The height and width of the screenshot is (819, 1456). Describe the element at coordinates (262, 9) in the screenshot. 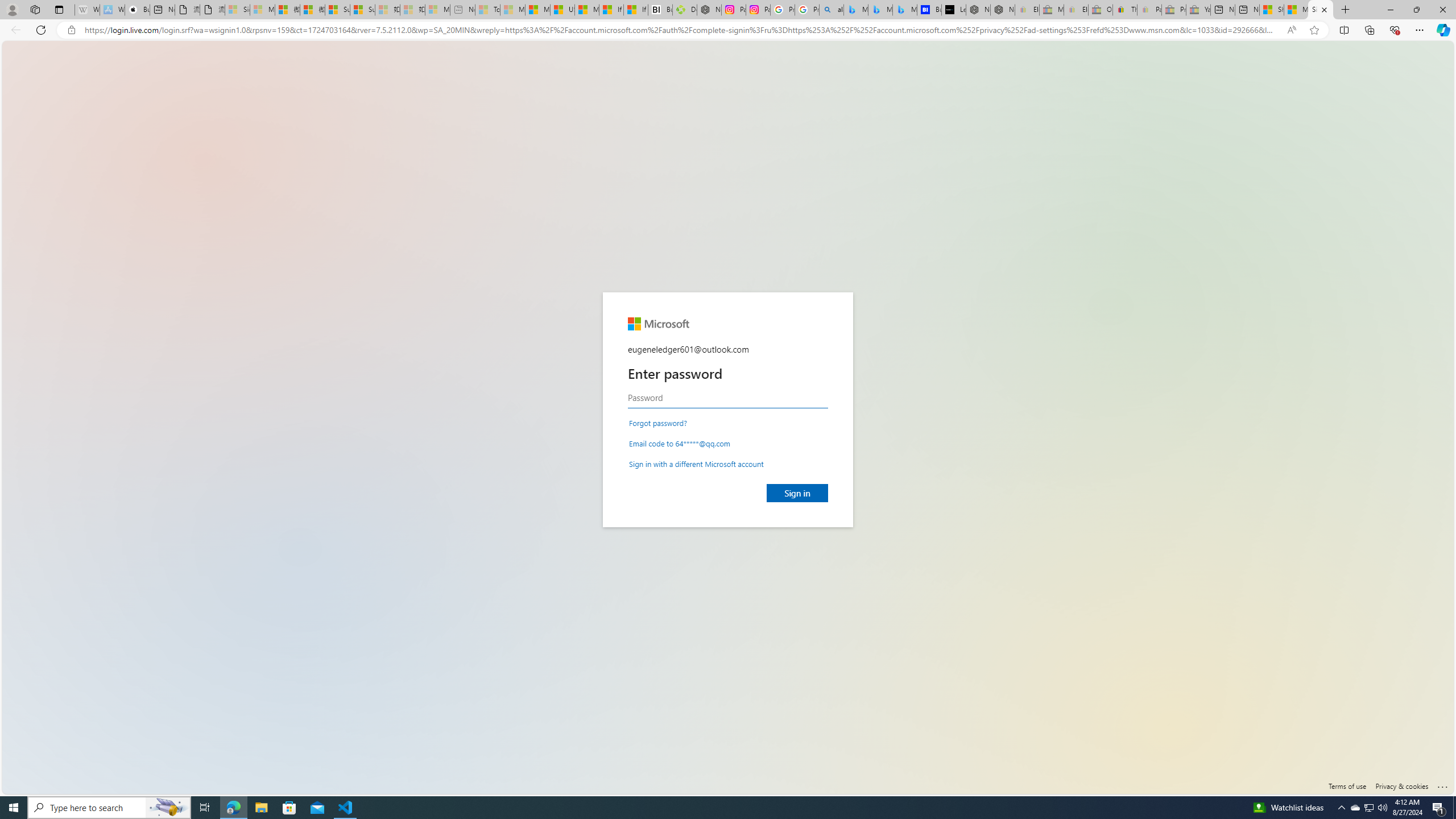

I see `'Microsoft Services Agreement - Sleeping'` at that location.